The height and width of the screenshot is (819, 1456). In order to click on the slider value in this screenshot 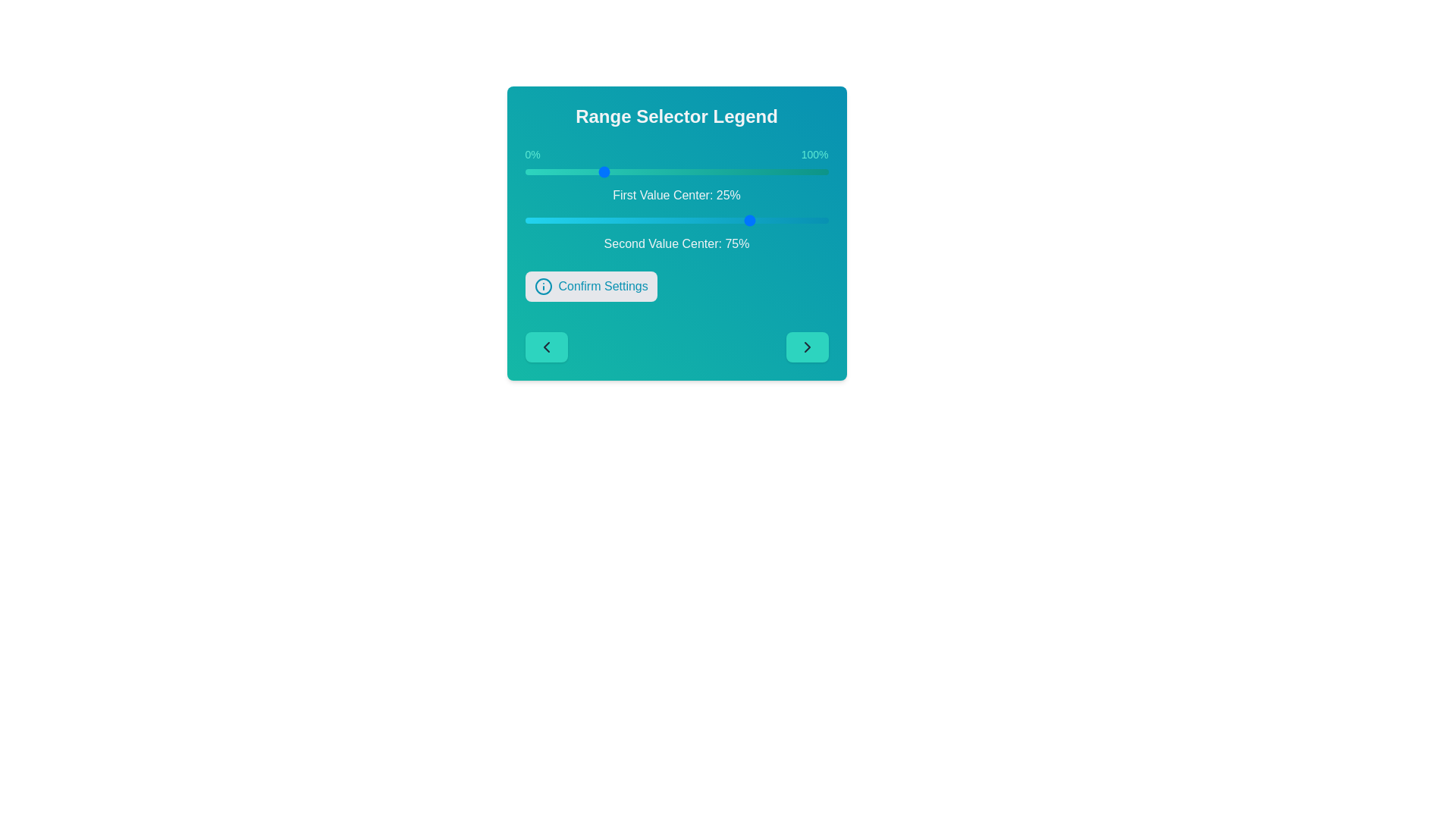, I will do `click(724, 171)`.